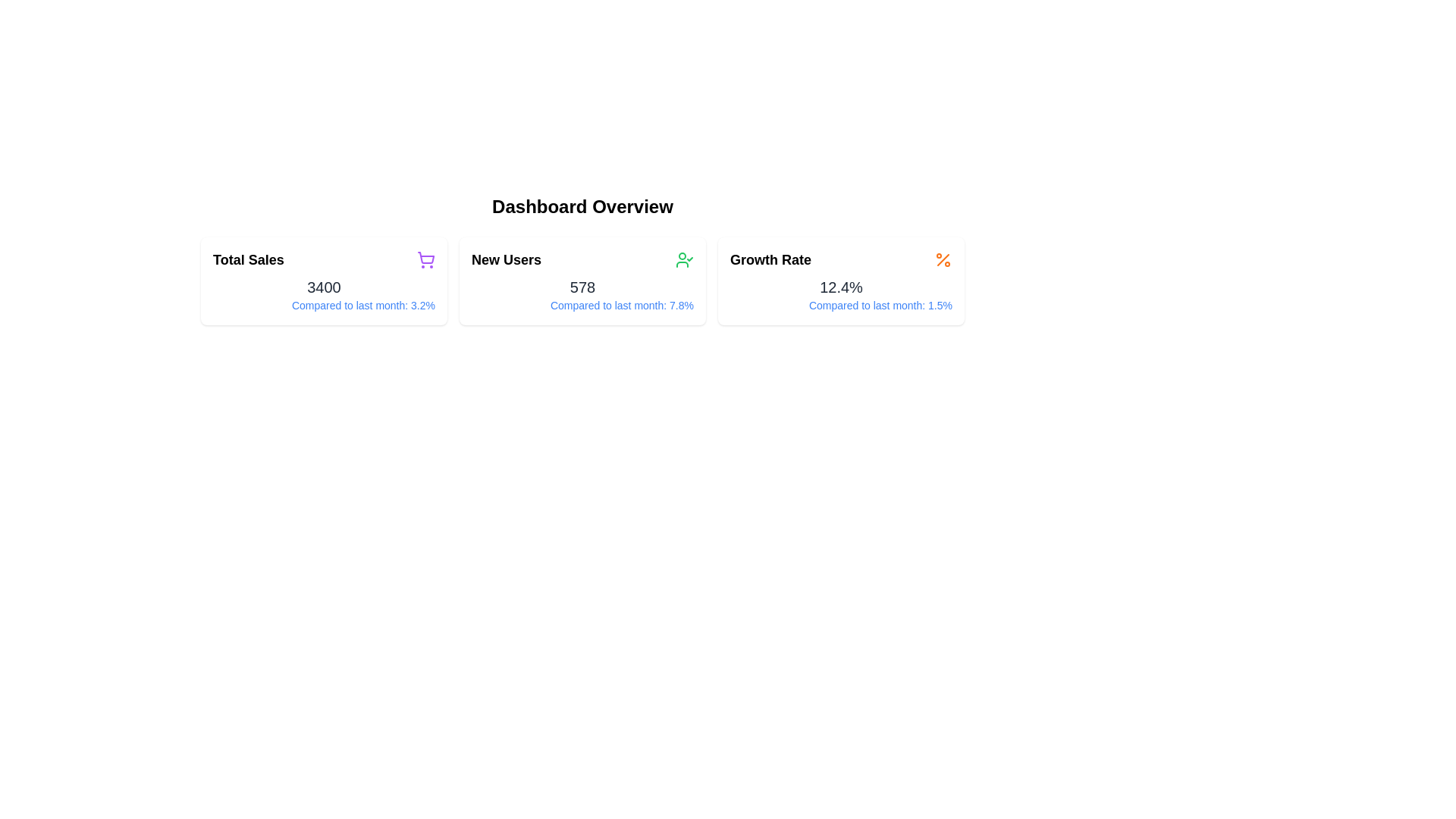 The image size is (1456, 819). What do you see at coordinates (323, 281) in the screenshot?
I see `information displayed on the Information Display Card located at the top left position of the grid layout, which summarizes the total sales metric and its change compared to the previous month` at bounding box center [323, 281].